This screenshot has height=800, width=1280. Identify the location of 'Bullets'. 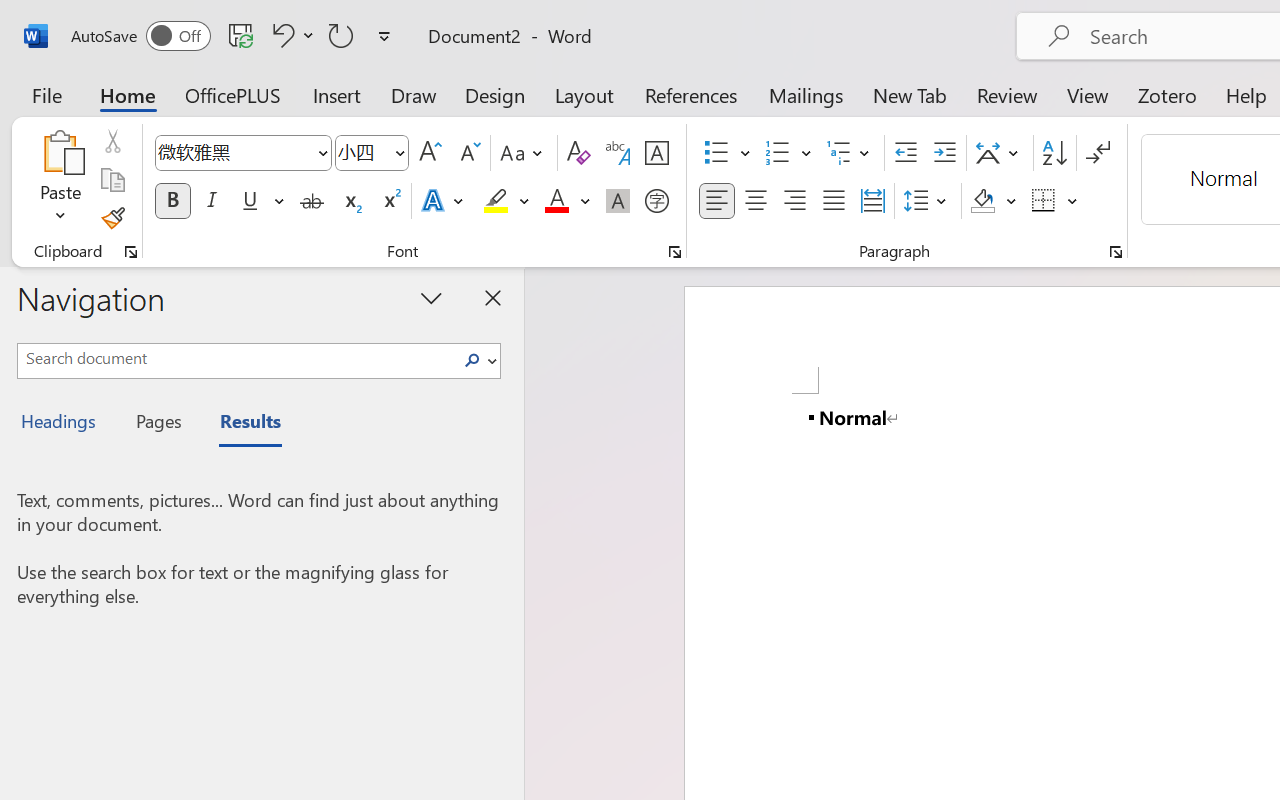
(726, 153).